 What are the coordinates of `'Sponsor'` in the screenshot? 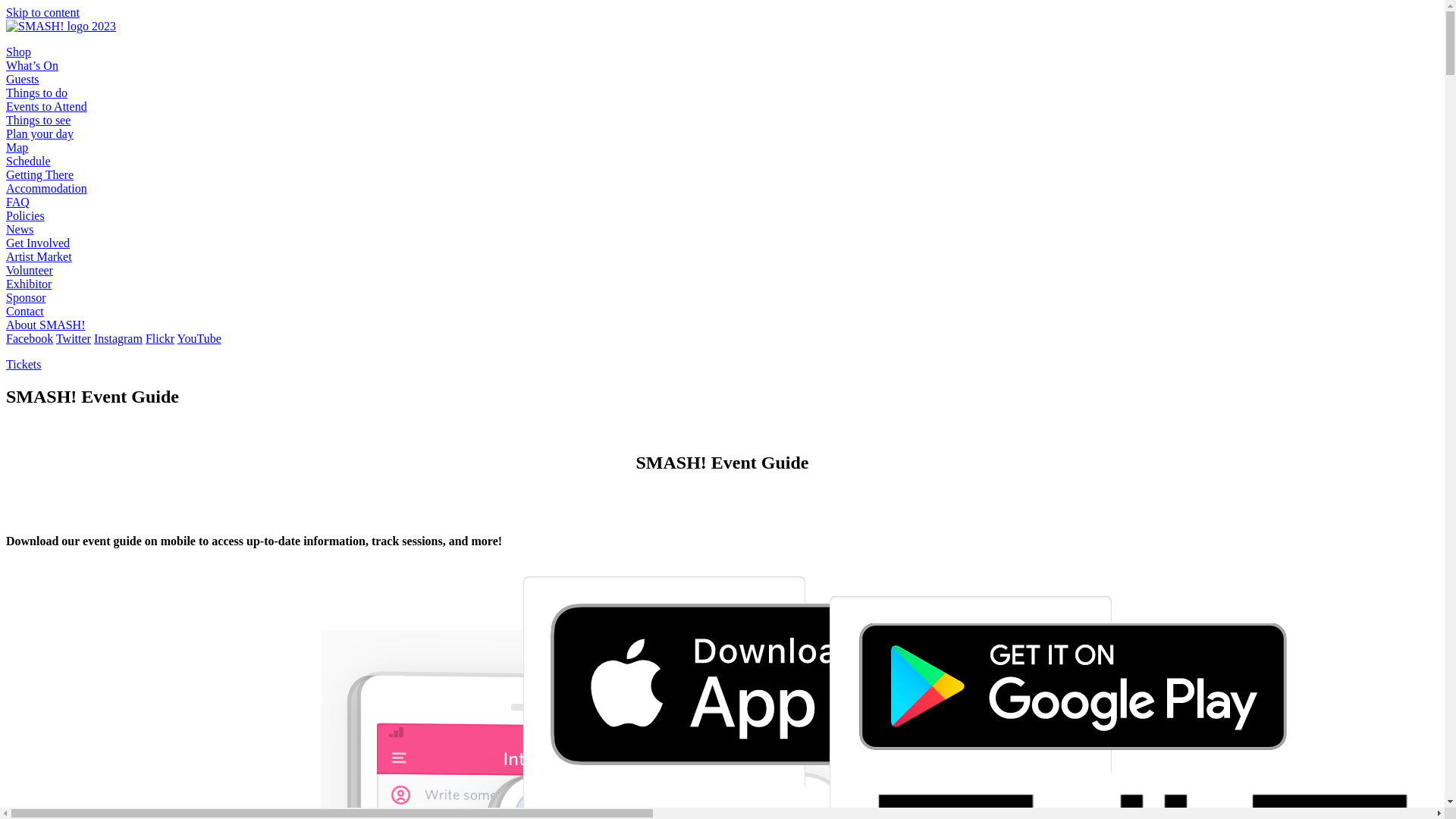 It's located at (25, 297).